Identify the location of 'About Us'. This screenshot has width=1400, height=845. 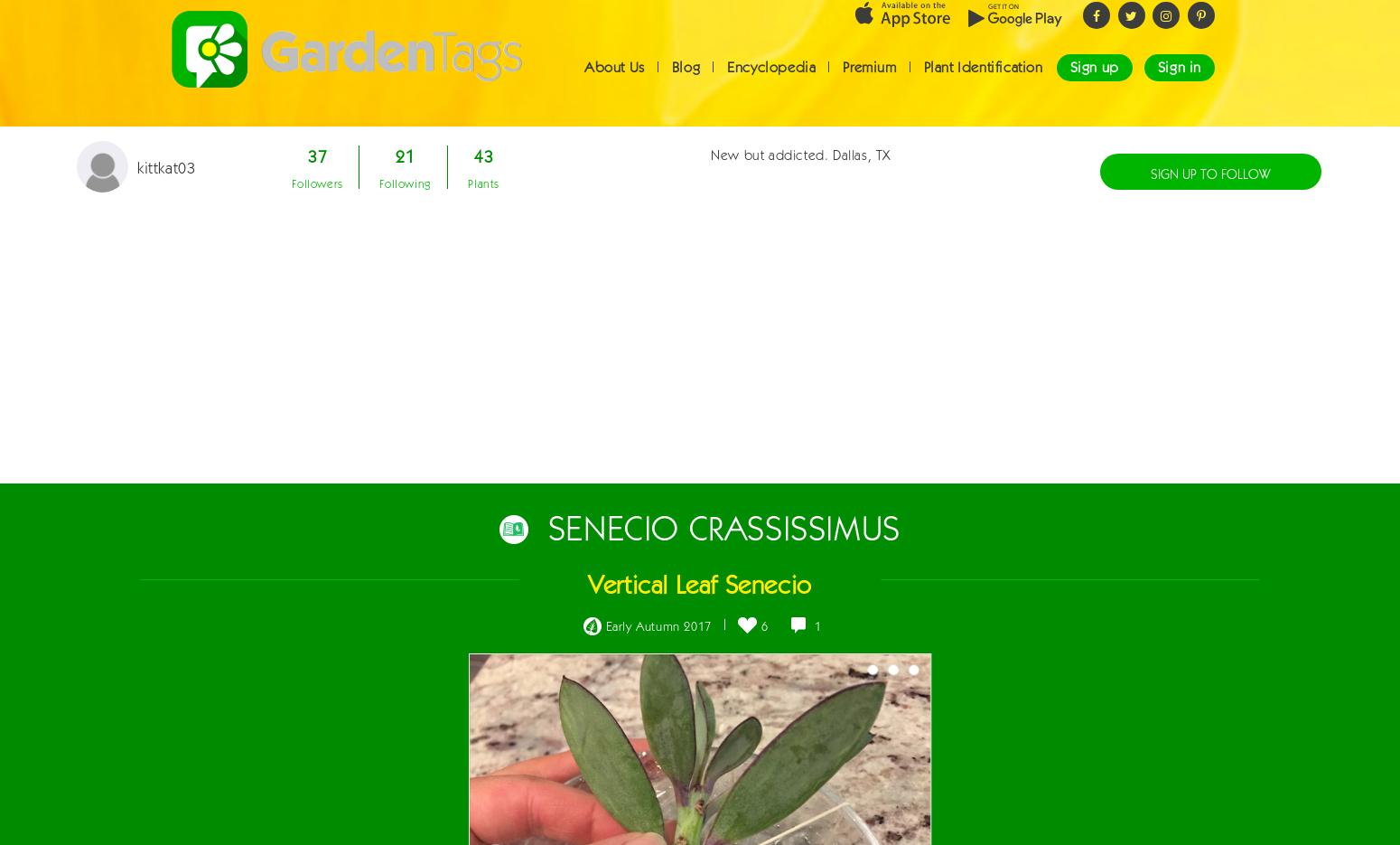
(612, 82).